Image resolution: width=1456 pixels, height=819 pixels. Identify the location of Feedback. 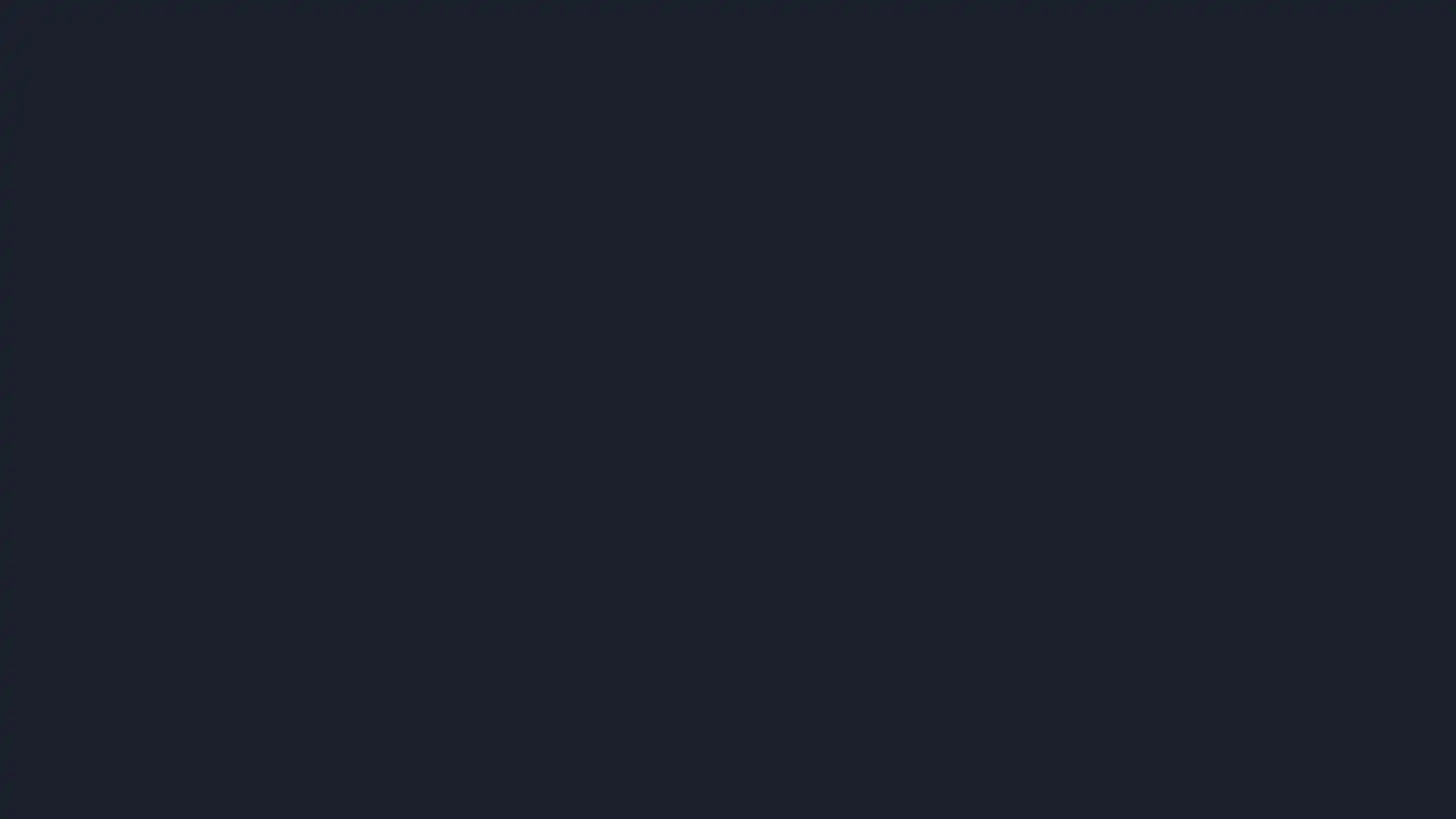
(1159, 783).